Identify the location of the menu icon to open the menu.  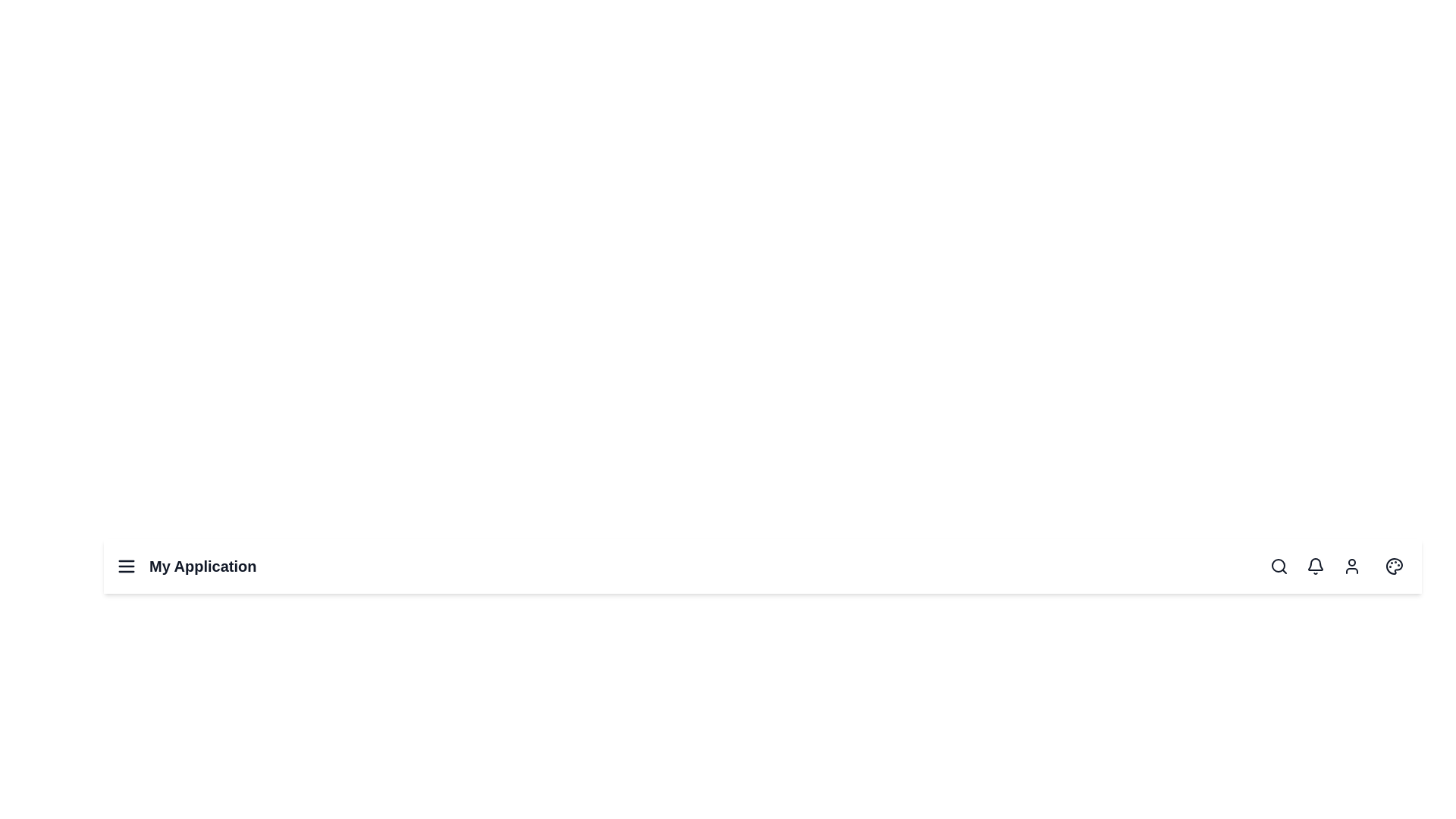
(127, 566).